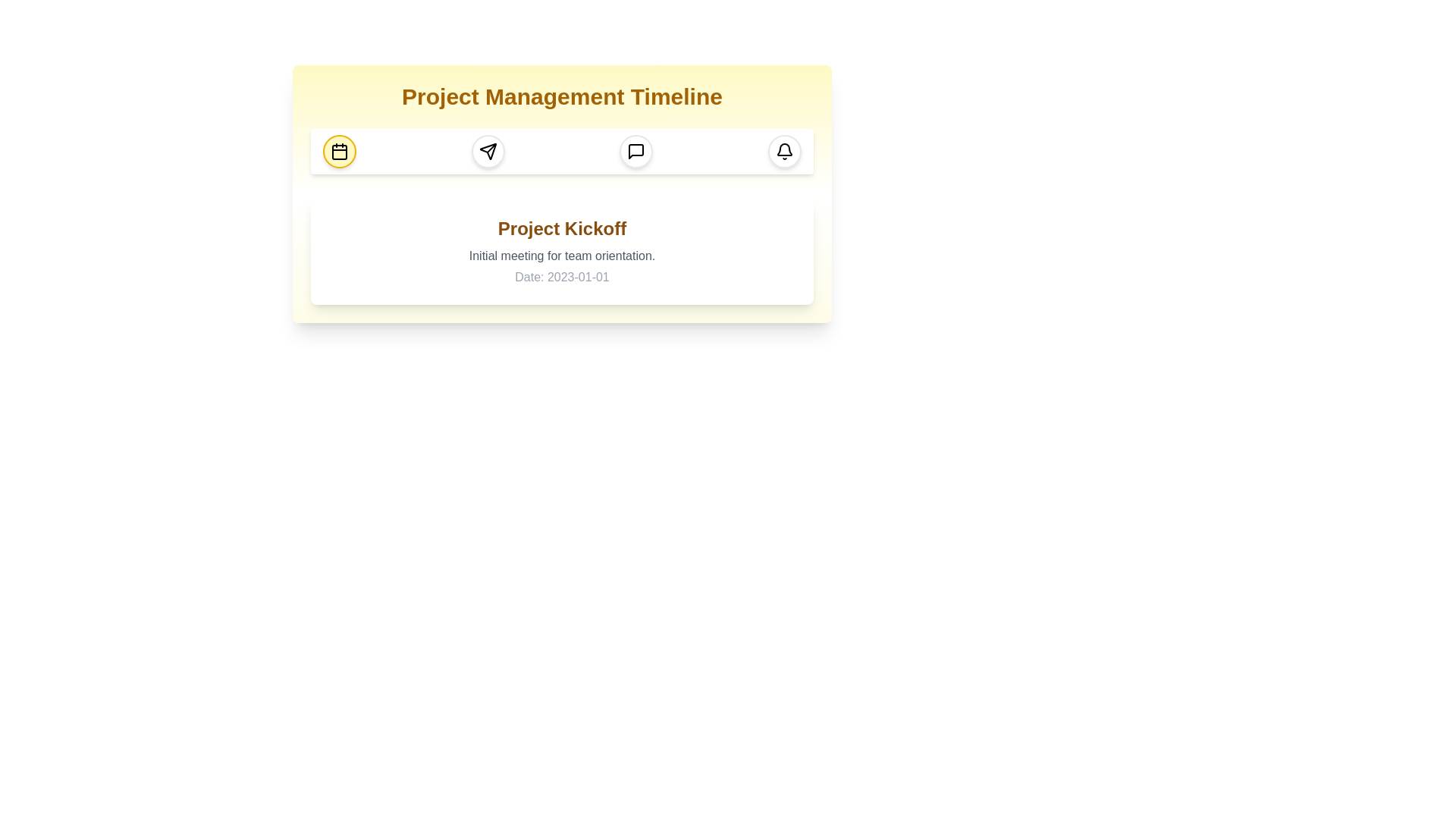 This screenshot has width=1456, height=819. What do you see at coordinates (636, 152) in the screenshot?
I see `the speech bubble icon in the navigation bar for accessibility navigation` at bounding box center [636, 152].